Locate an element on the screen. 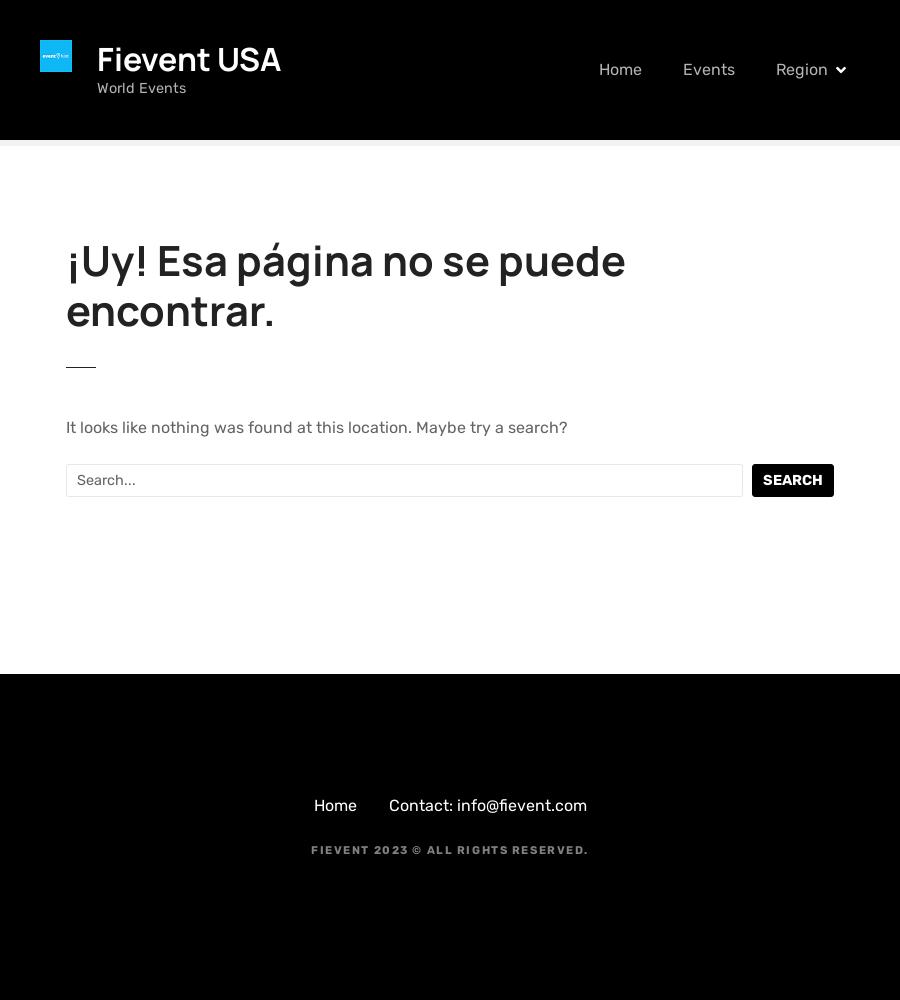 Image resolution: width=900 pixels, height=1000 pixels. 'Events' is located at coordinates (708, 68).